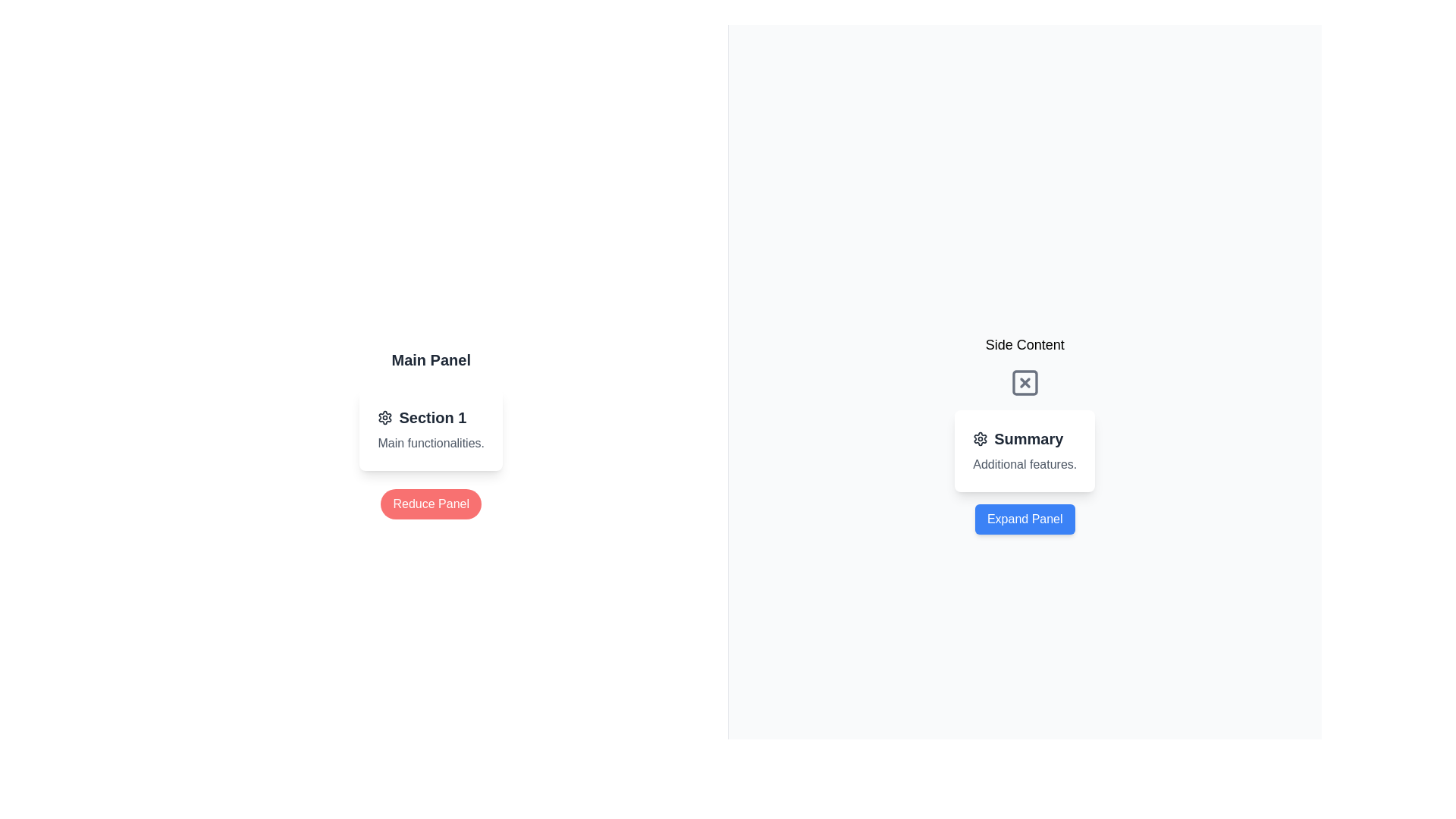 The height and width of the screenshot is (819, 1456). I want to click on the static text that provides additional context to the title 'Section 1' located at the bottom of the card labeled 'Section 1', so click(430, 444).